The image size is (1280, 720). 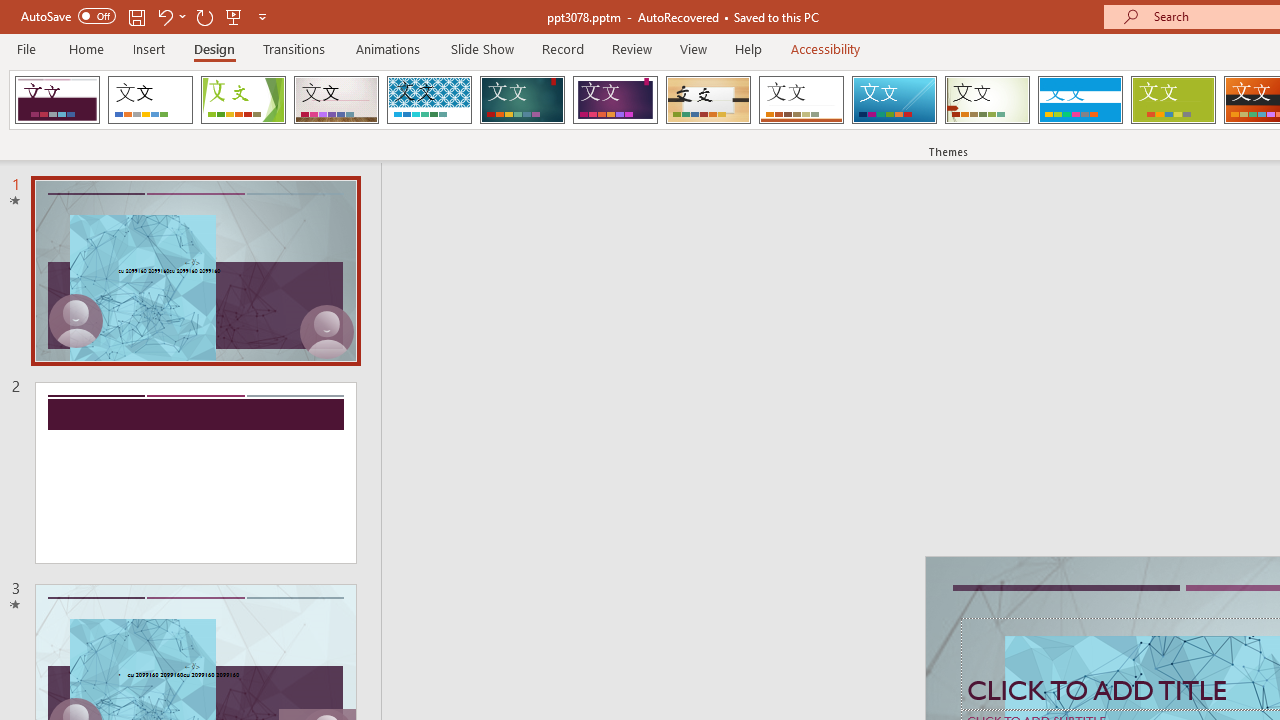 I want to click on 'Facet', so click(x=242, y=100).